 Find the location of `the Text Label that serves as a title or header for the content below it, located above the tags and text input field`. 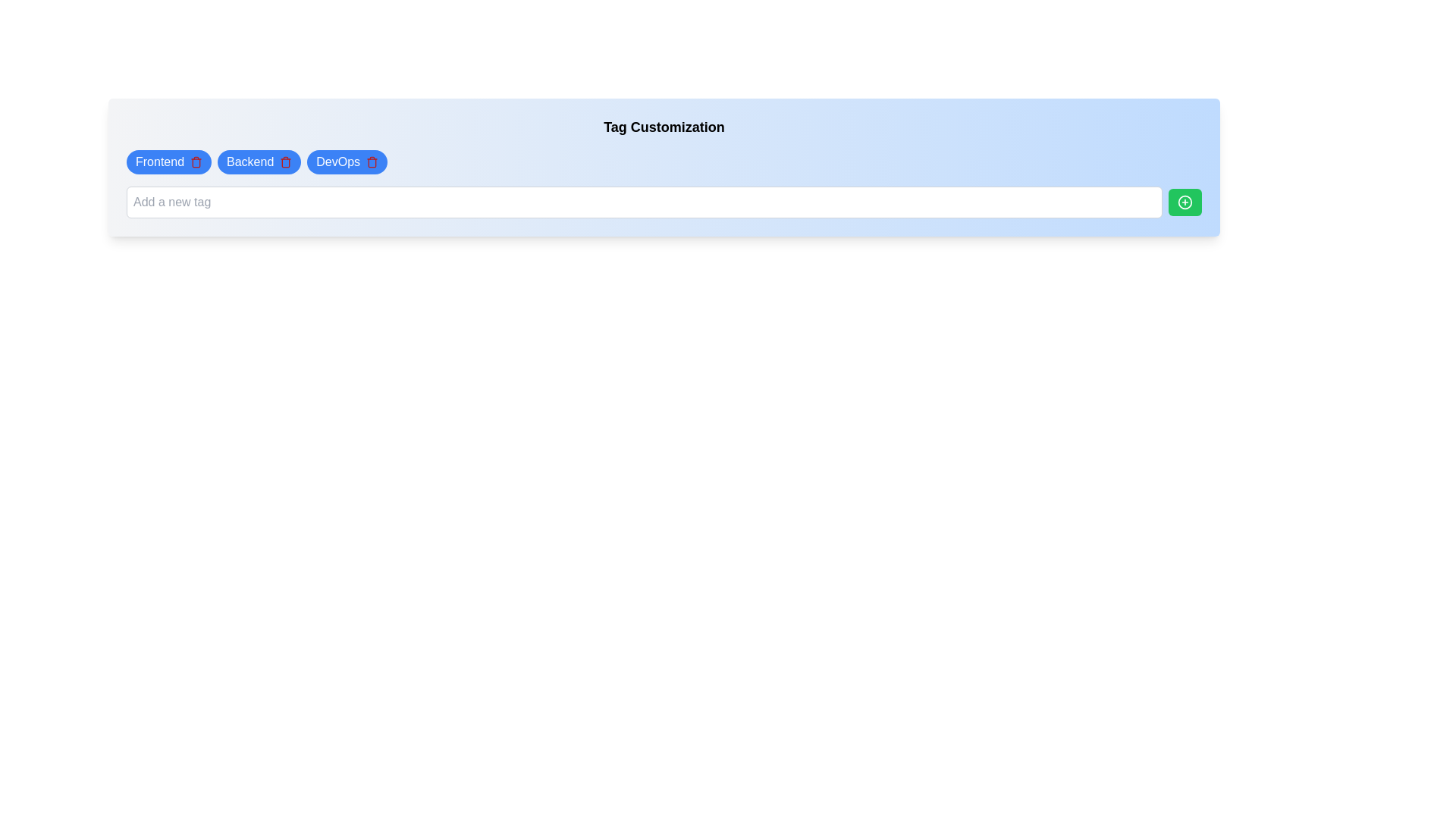

the Text Label that serves as a title or header for the content below it, located above the tags and text input field is located at coordinates (664, 127).